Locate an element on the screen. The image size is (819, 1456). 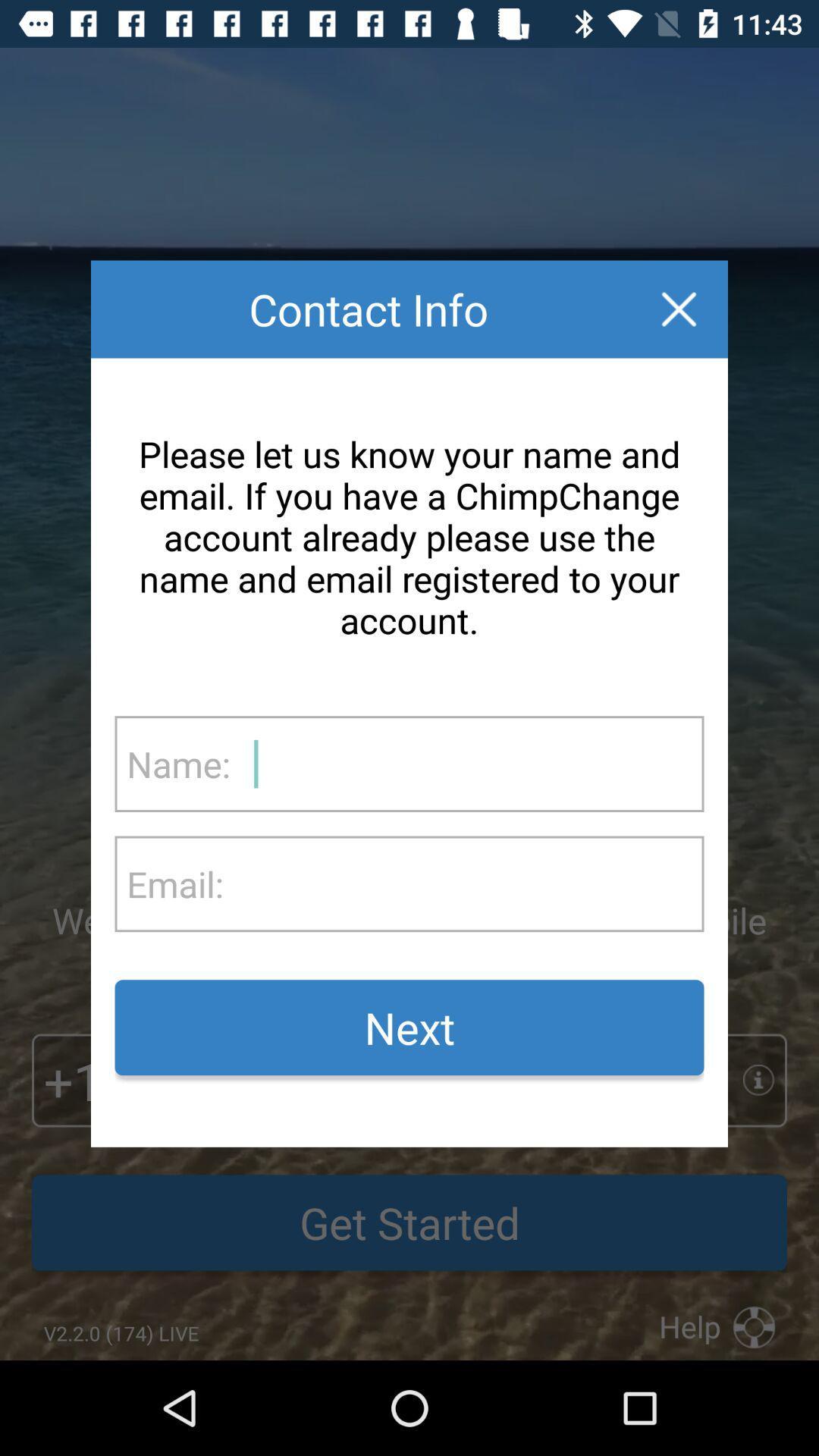
the app to the right of the contact info is located at coordinates (678, 309).